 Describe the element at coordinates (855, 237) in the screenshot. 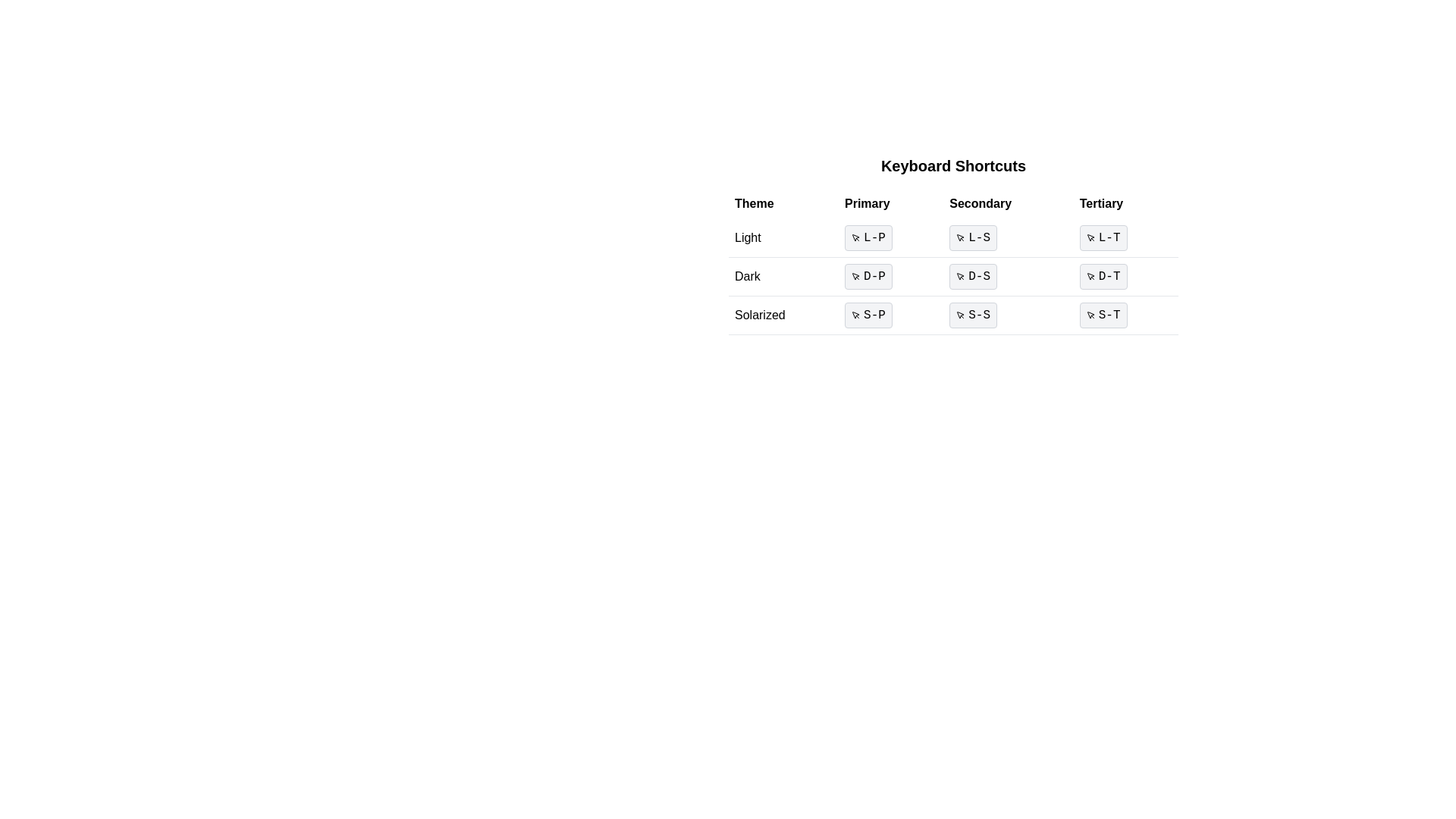

I see `the button labeled 'L-P' in the top left corner of the 'Primary' component under the 'Light' theme` at that location.